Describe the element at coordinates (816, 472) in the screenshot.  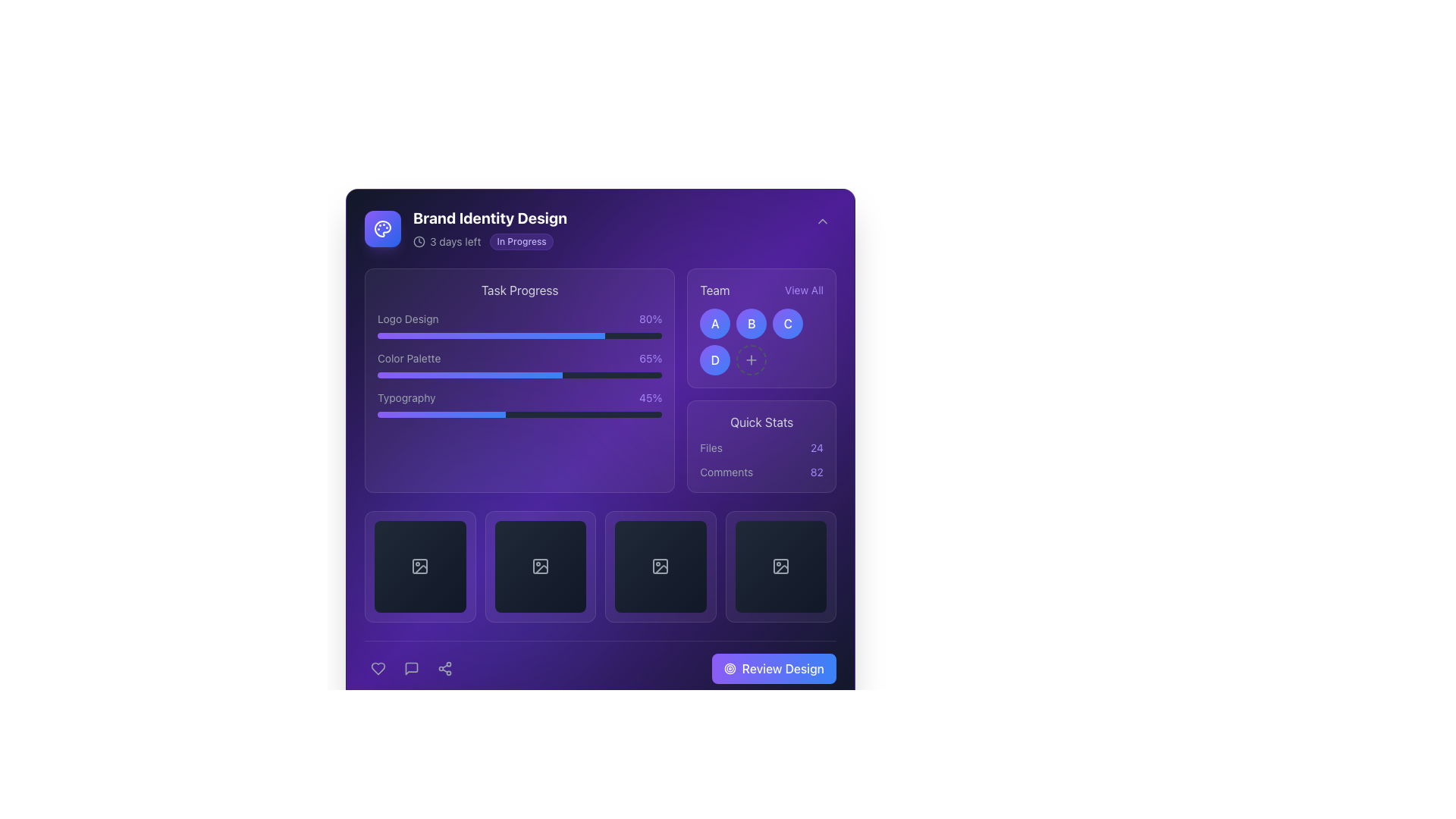
I see `the text label displaying the numerical value '82' in light violet font, located in the 'Quick Stats' module next to the 'Comments' label` at that location.